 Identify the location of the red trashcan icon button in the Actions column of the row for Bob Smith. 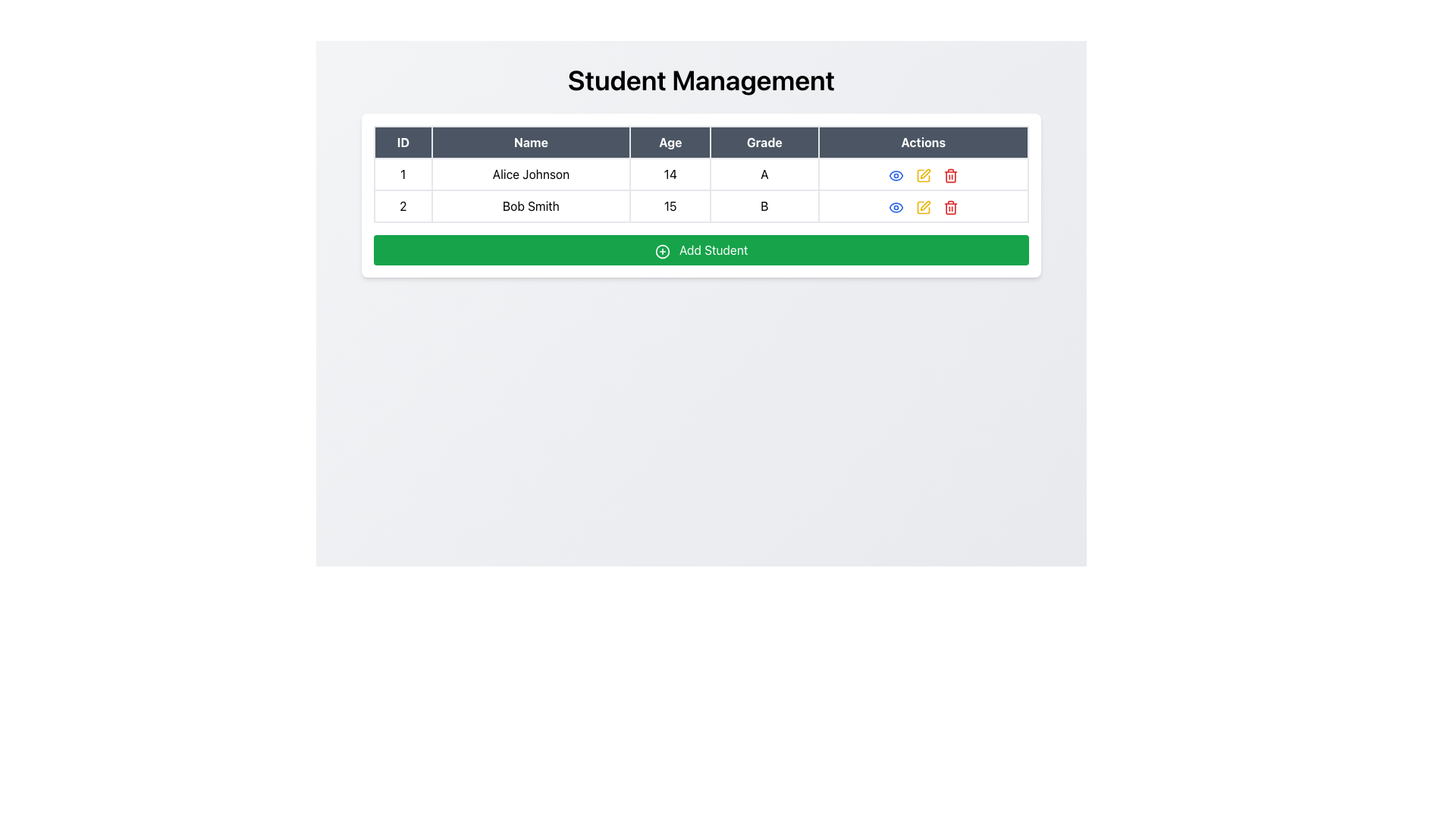
(949, 174).